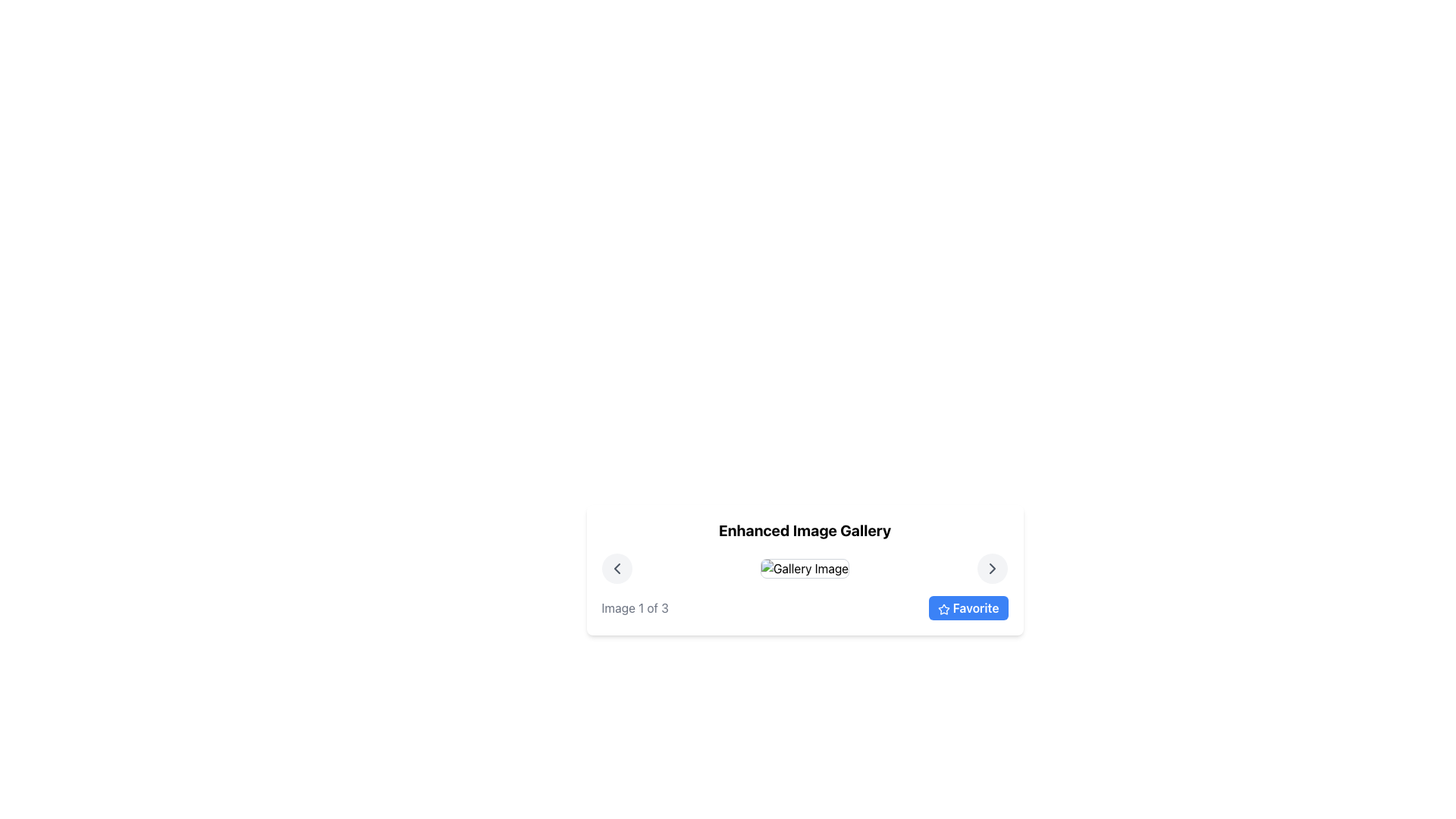  Describe the element at coordinates (804, 568) in the screenshot. I see `the 'Gallery Image' element, which is a rectangular image component with a grey bordered frame, centrally positioned between navigational buttons` at that location.